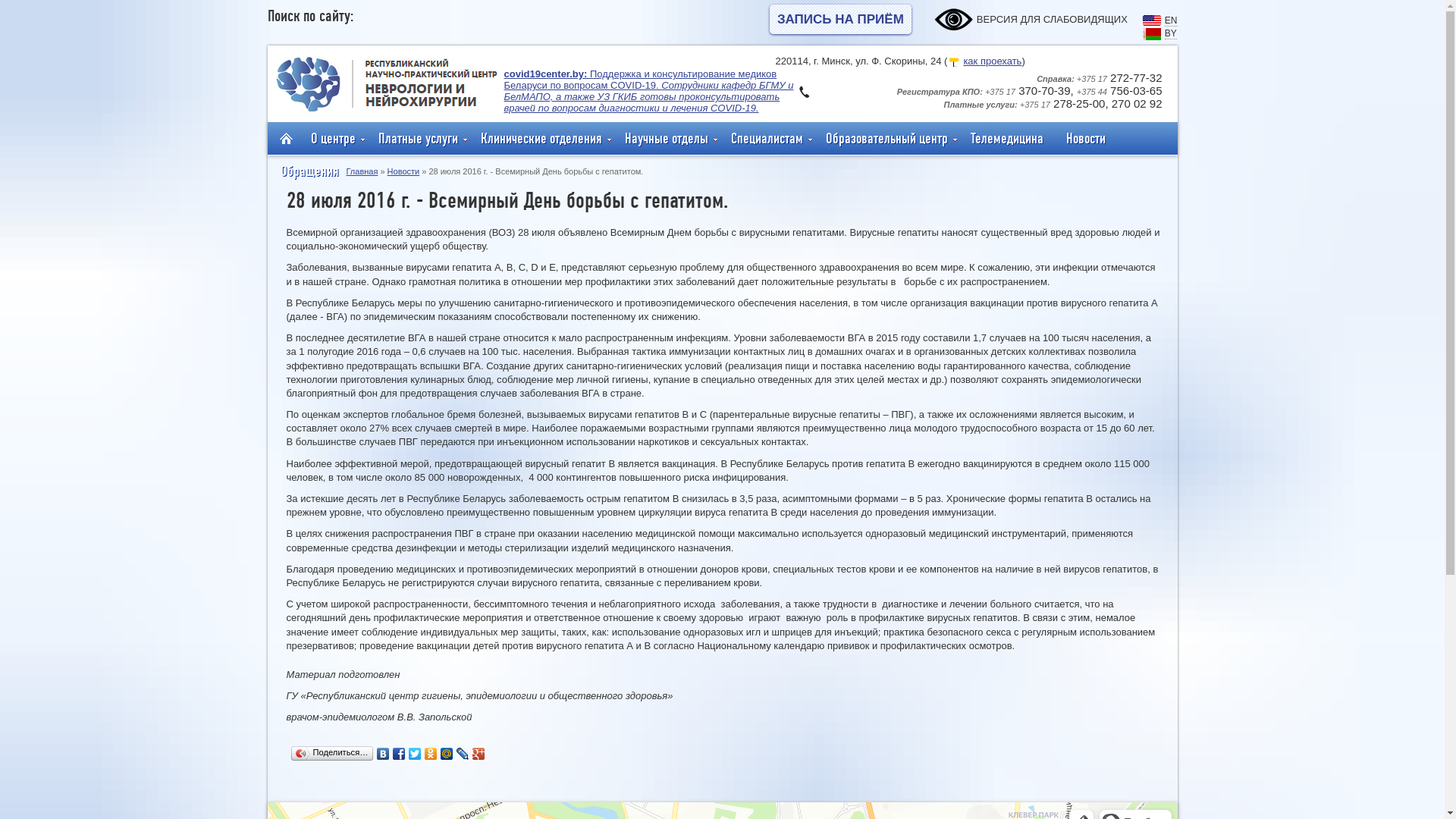  I want to click on 'Google Plus', so click(478, 754).